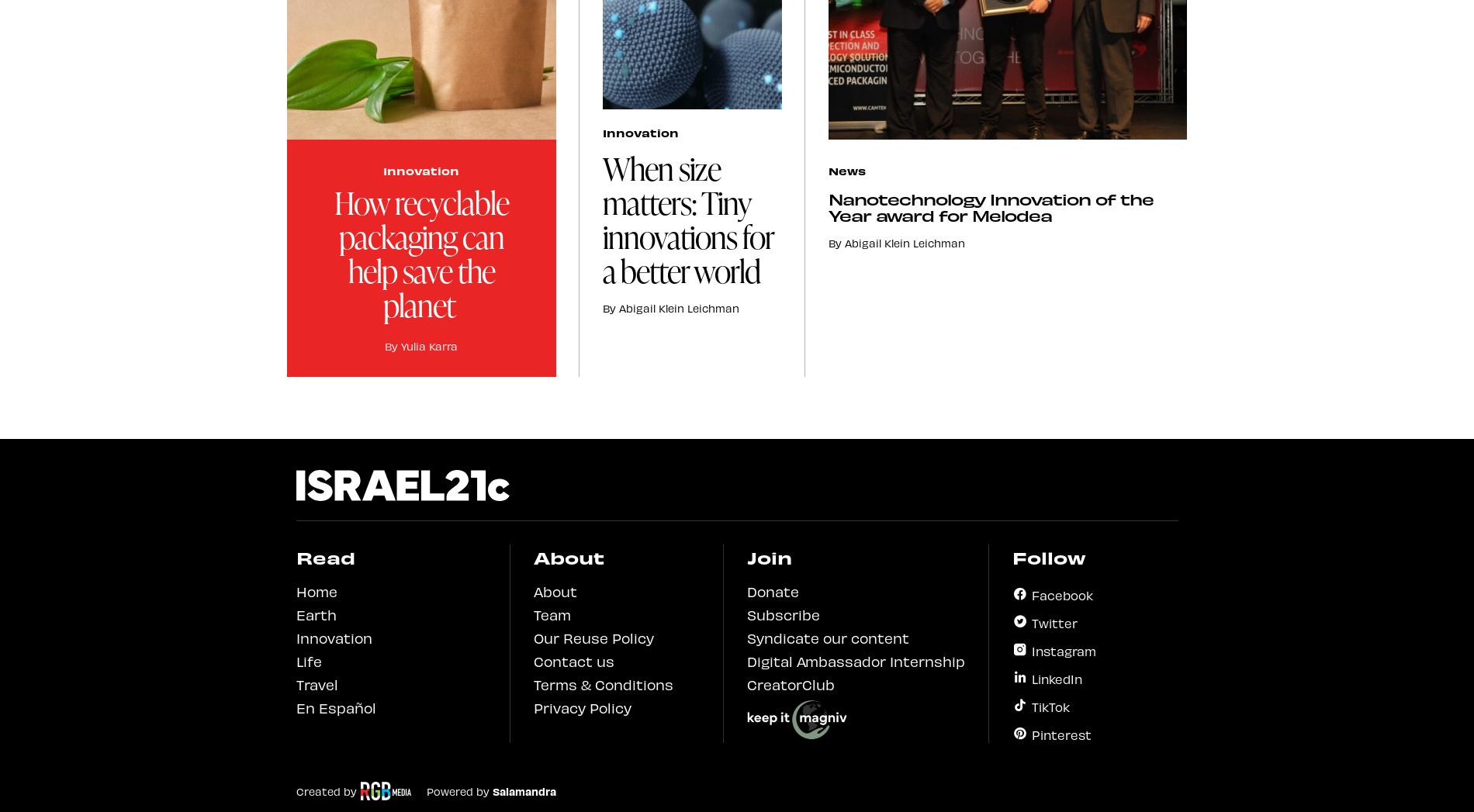 This screenshot has width=1474, height=812. Describe the element at coordinates (551, 612) in the screenshot. I see `'Team'` at that location.